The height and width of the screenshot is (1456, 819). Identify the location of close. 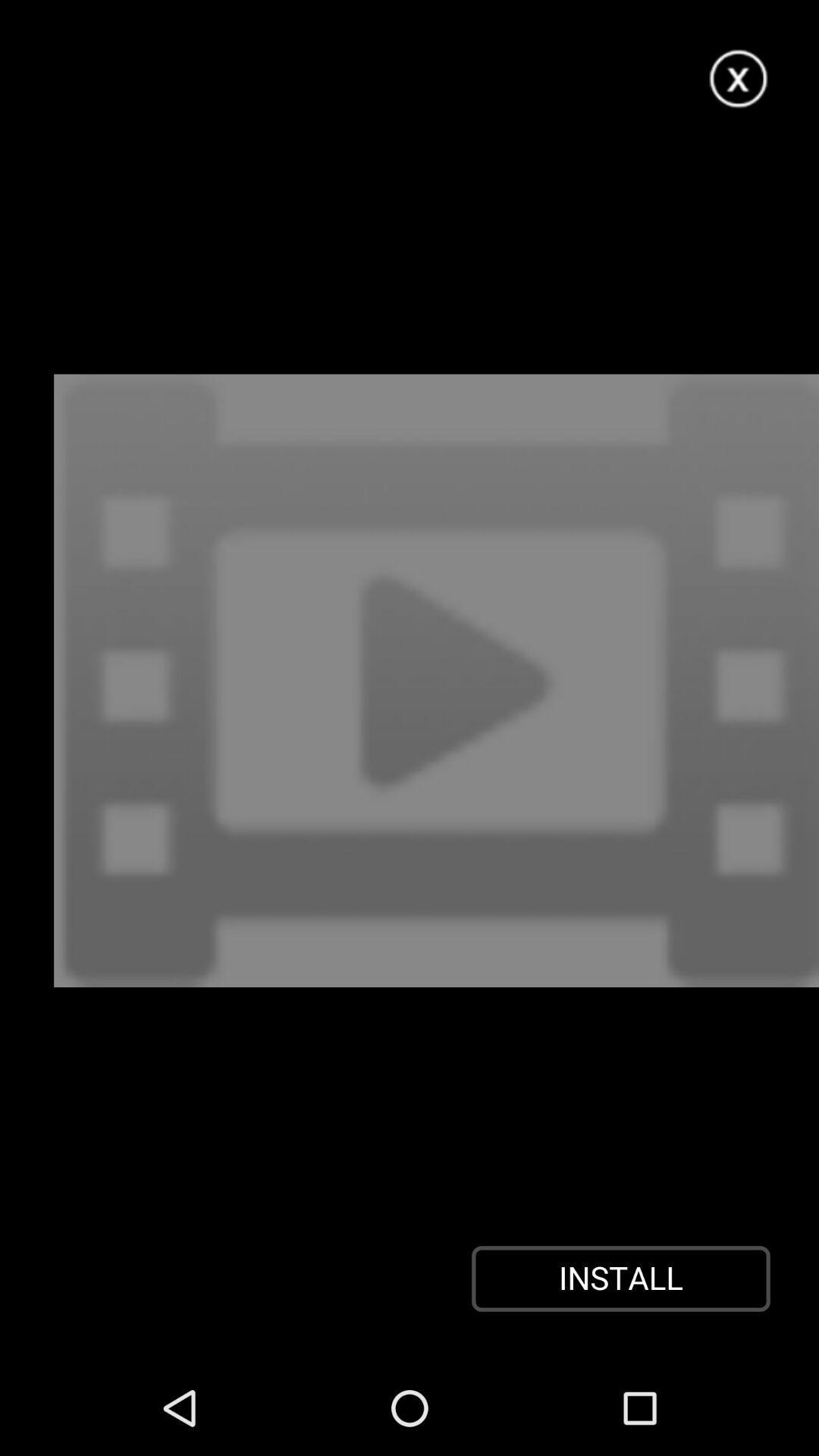
(739, 79).